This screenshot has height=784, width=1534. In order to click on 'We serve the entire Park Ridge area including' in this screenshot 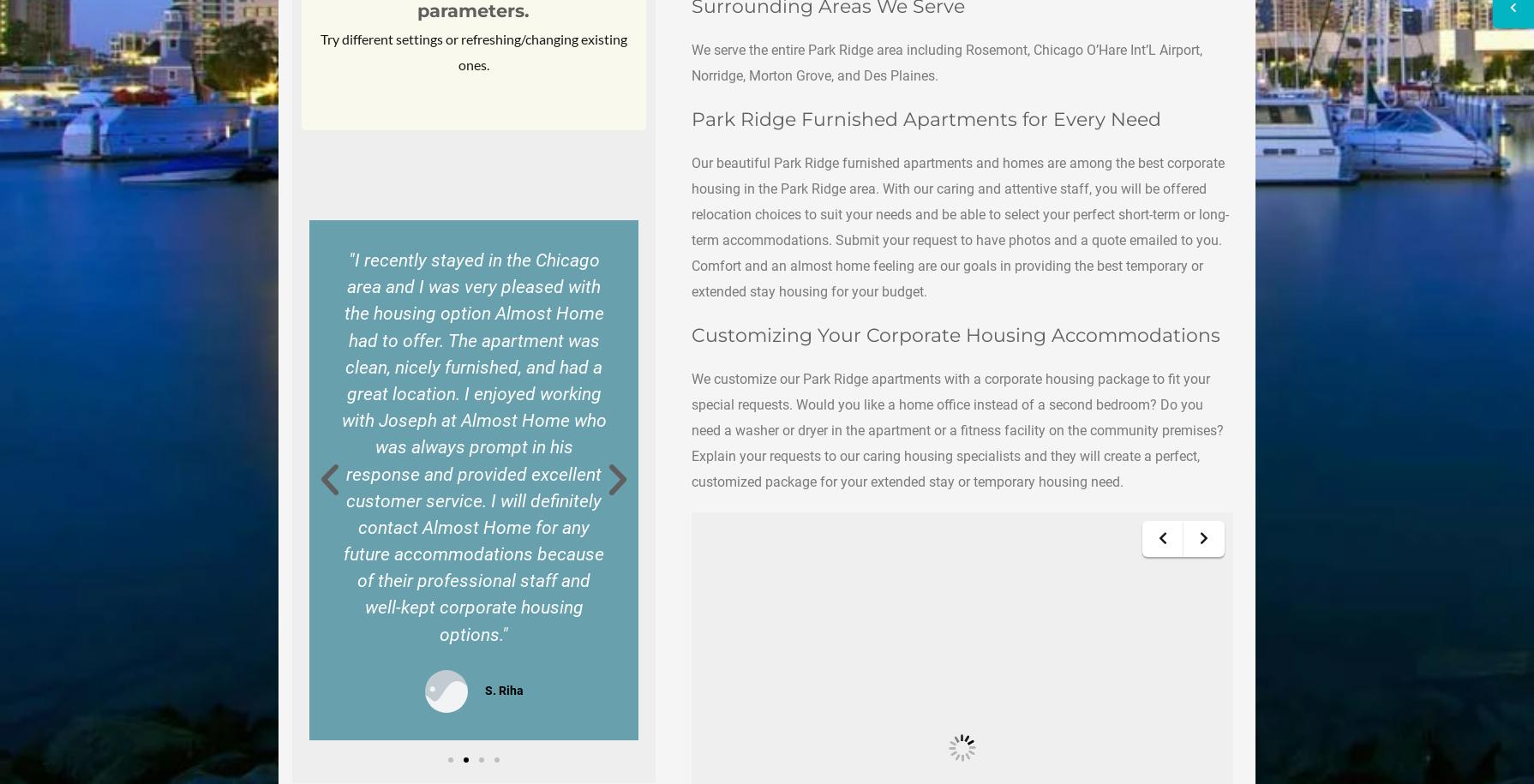, I will do `click(690, 48)`.